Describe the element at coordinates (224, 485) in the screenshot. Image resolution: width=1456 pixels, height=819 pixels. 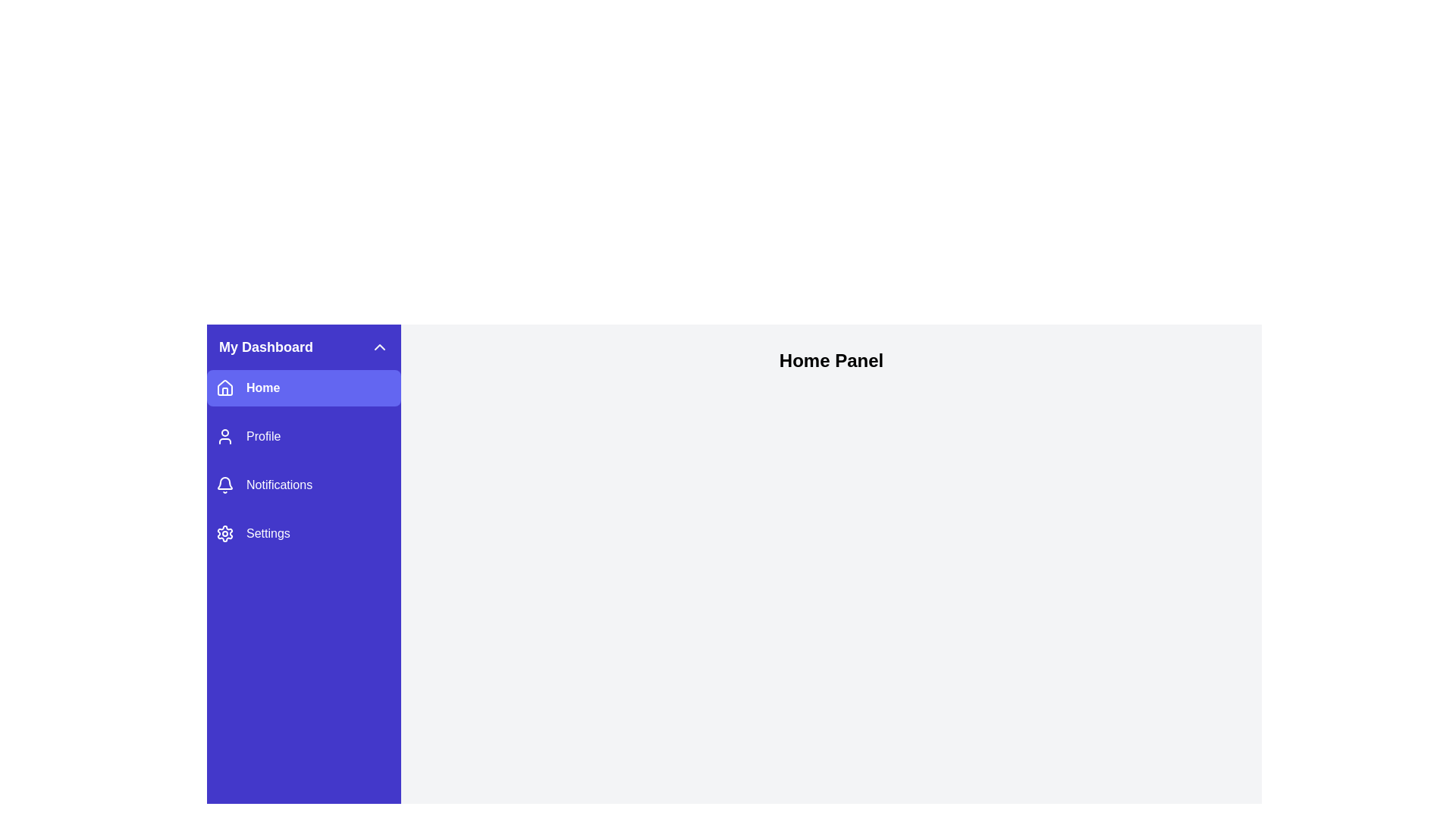
I see `the 'Notifications' icon in the vertical navigation sidebar, which is located between the 'Profile' item above and the 'Settings' item below` at that location.